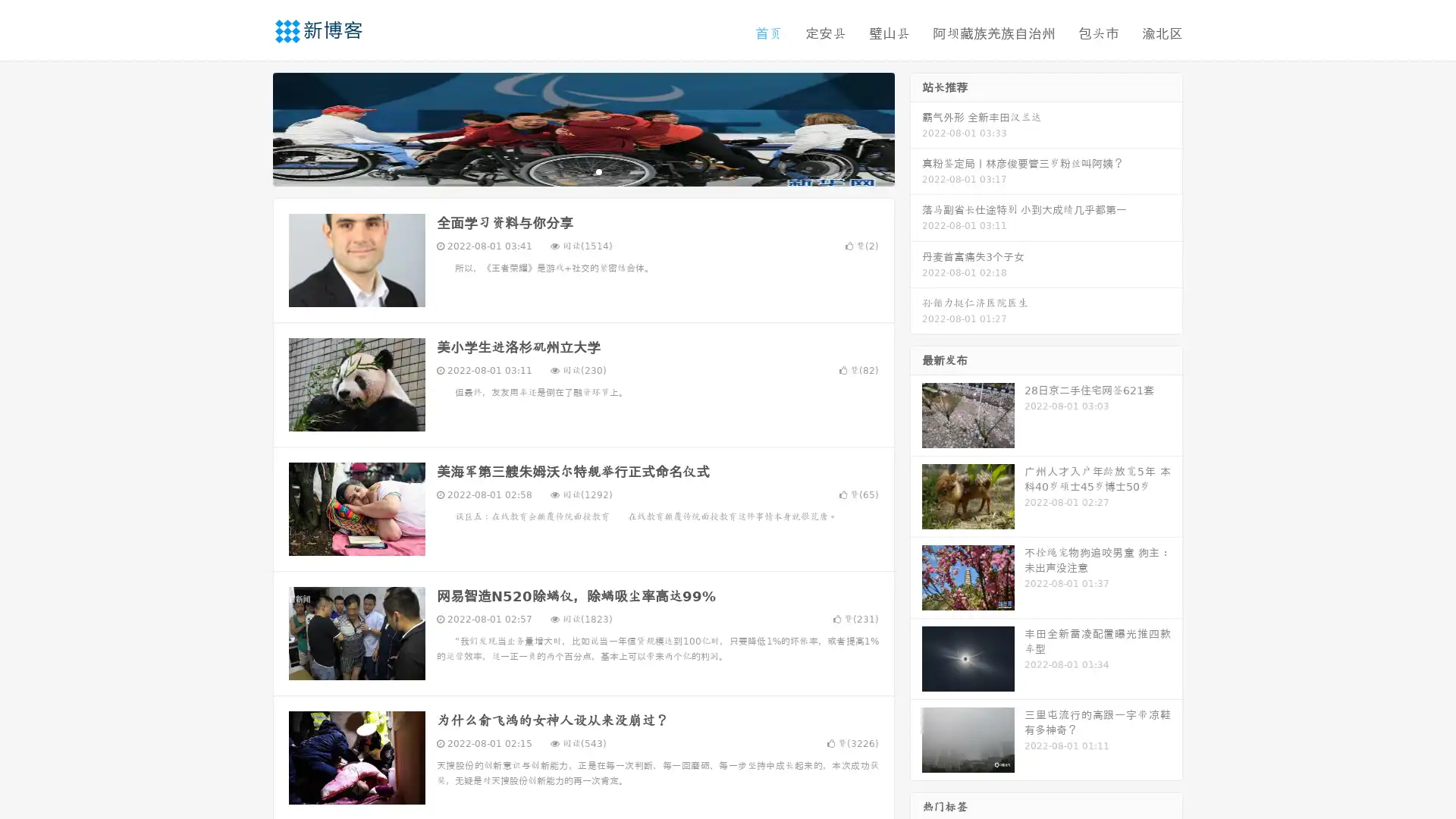 Image resolution: width=1456 pixels, height=819 pixels. I want to click on Next slide, so click(916, 127).